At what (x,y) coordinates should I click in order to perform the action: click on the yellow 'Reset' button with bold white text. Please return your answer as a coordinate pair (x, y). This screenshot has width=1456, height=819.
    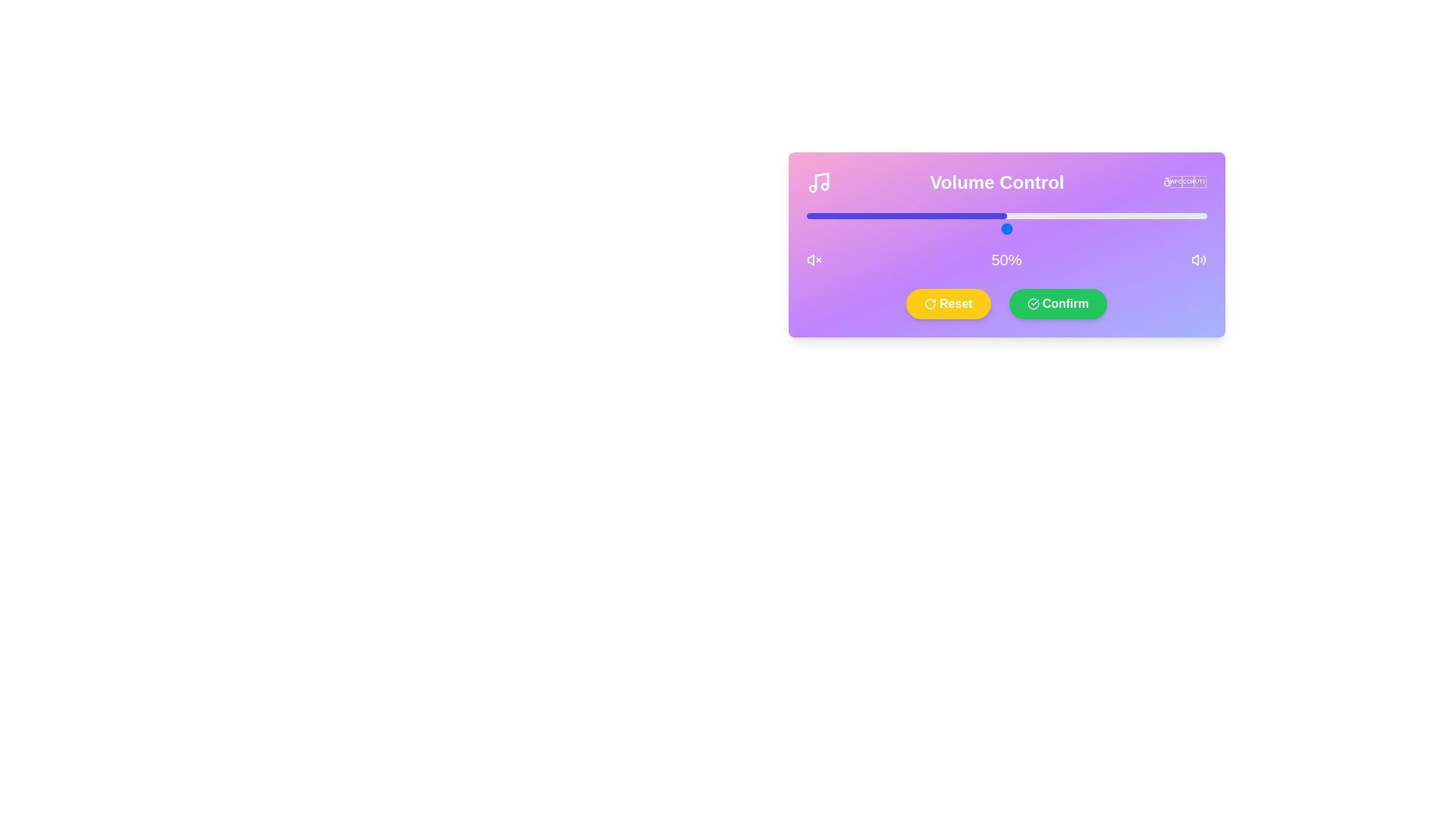
    Looking at the image, I should click on (947, 304).